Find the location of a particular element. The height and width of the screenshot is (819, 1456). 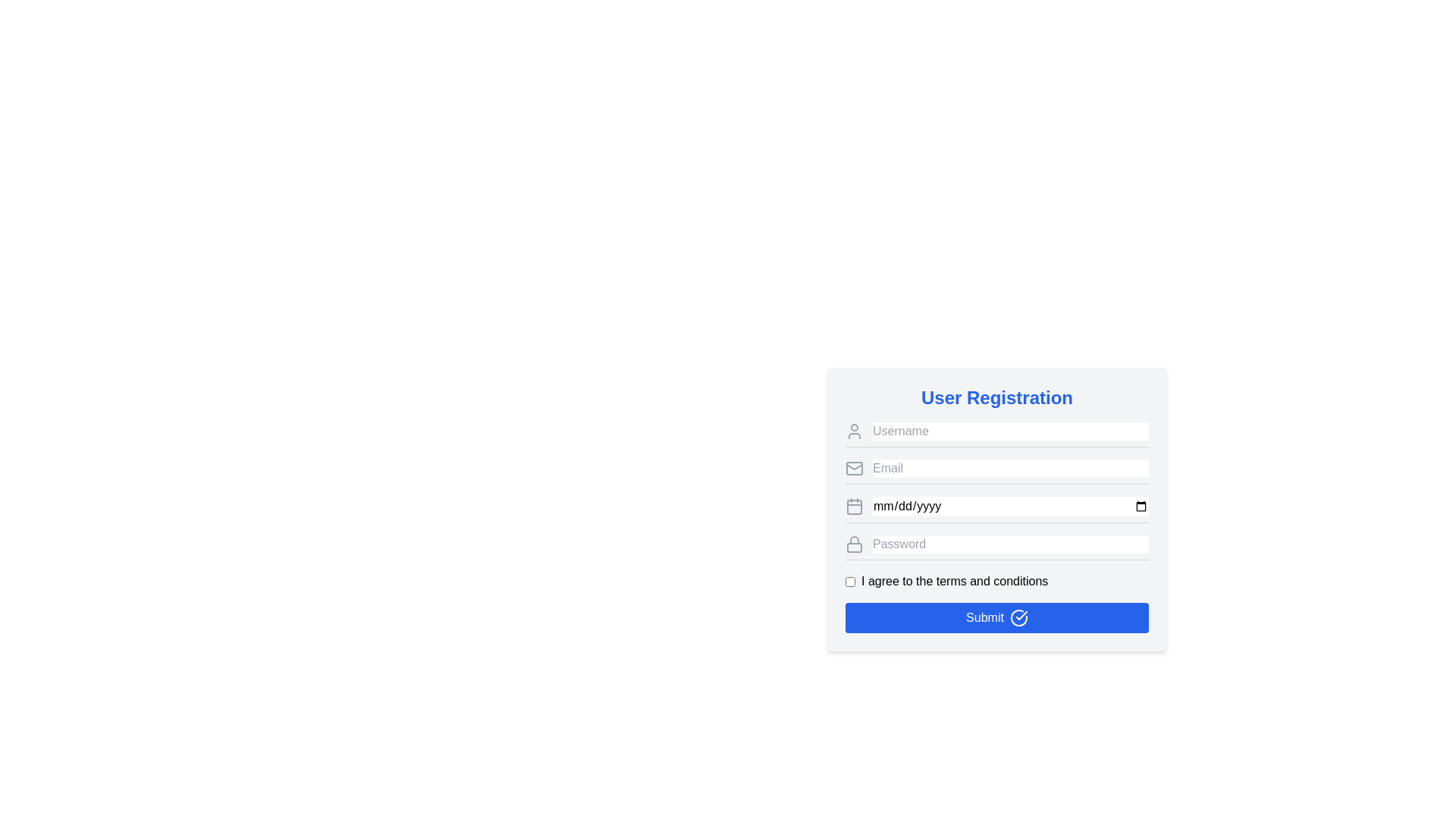

the Date Input Field in the user registration form is located at coordinates (997, 510).